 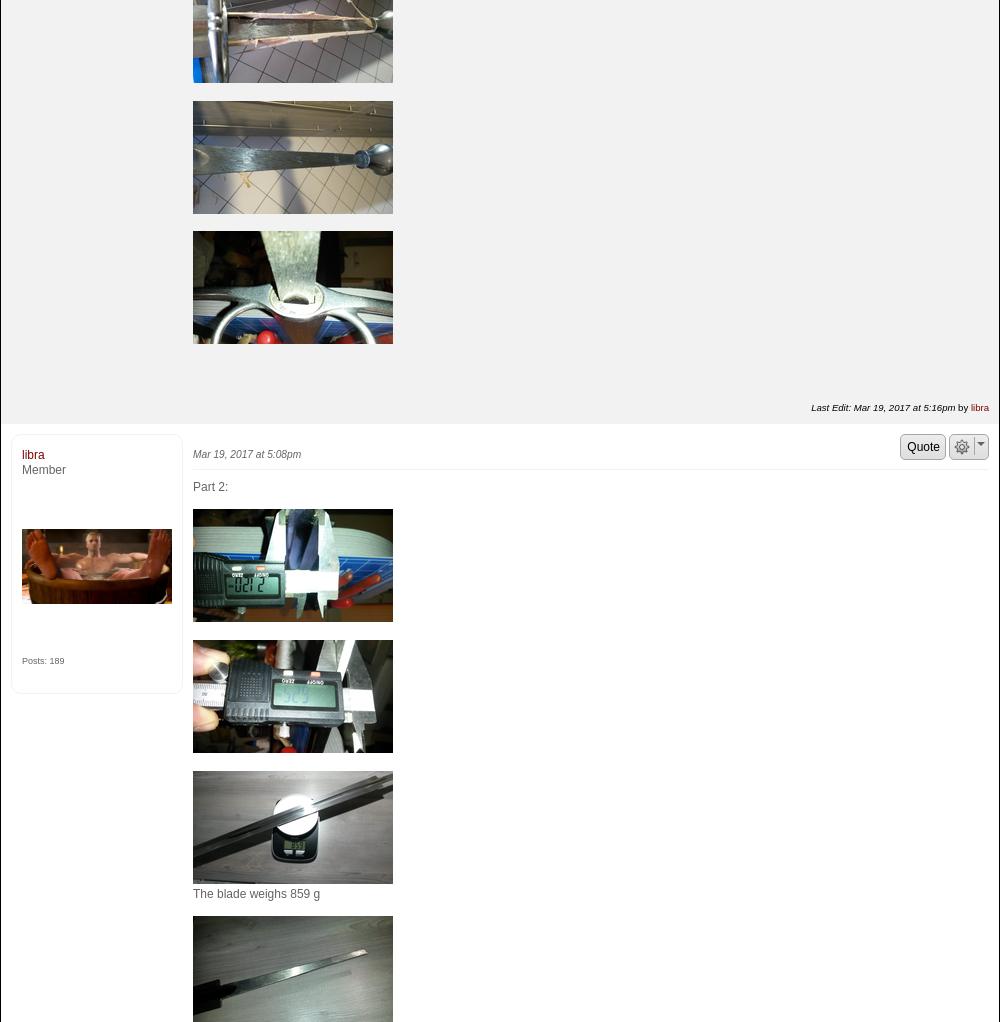 I want to click on 'Member', so click(x=43, y=467).